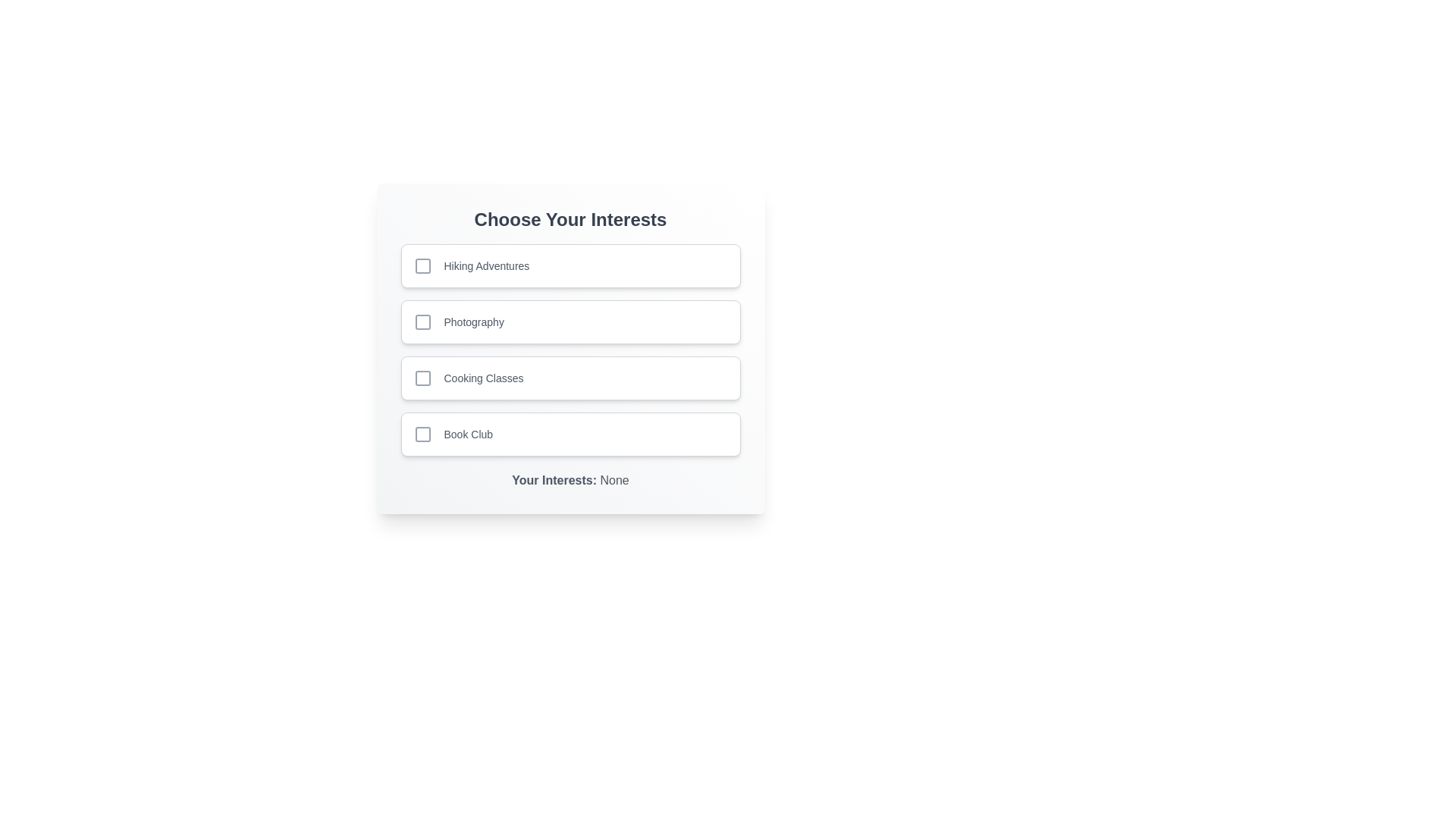  What do you see at coordinates (422, 435) in the screenshot?
I see `the checkbox-like indicator` at bounding box center [422, 435].